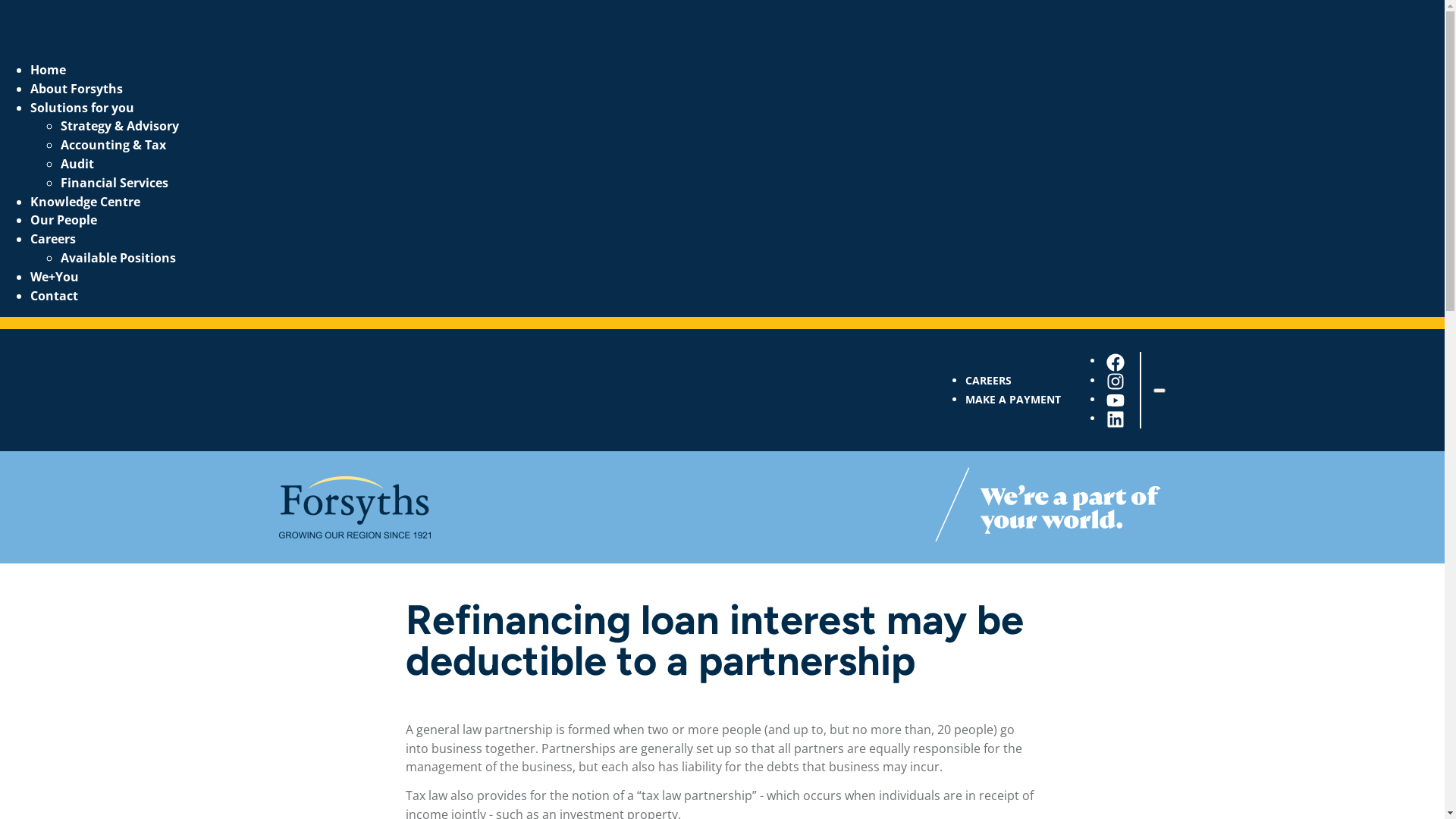 The width and height of the screenshot is (1456, 819). I want to click on 'CAREERS', so click(987, 379).